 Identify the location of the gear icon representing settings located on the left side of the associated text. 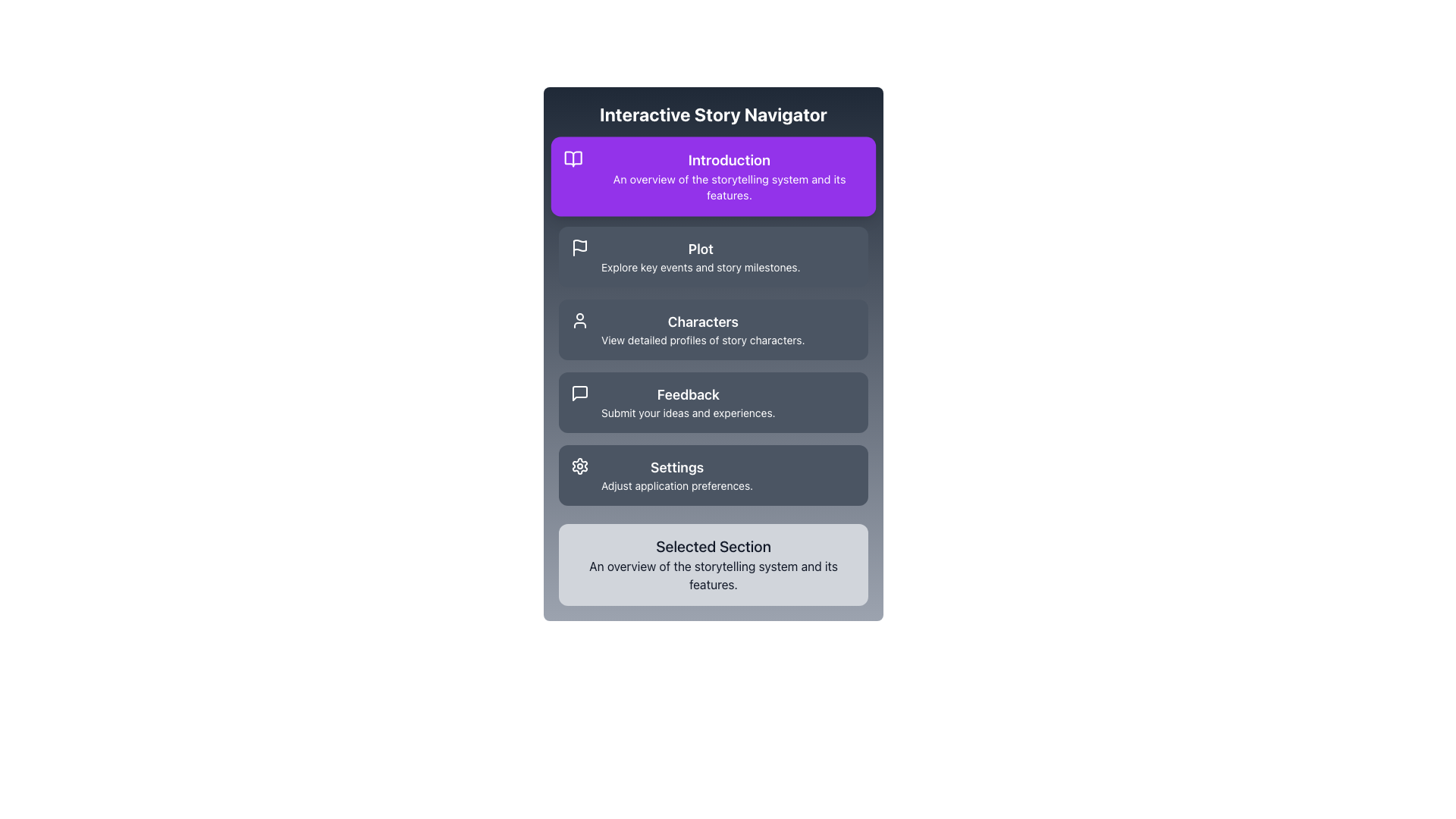
(579, 465).